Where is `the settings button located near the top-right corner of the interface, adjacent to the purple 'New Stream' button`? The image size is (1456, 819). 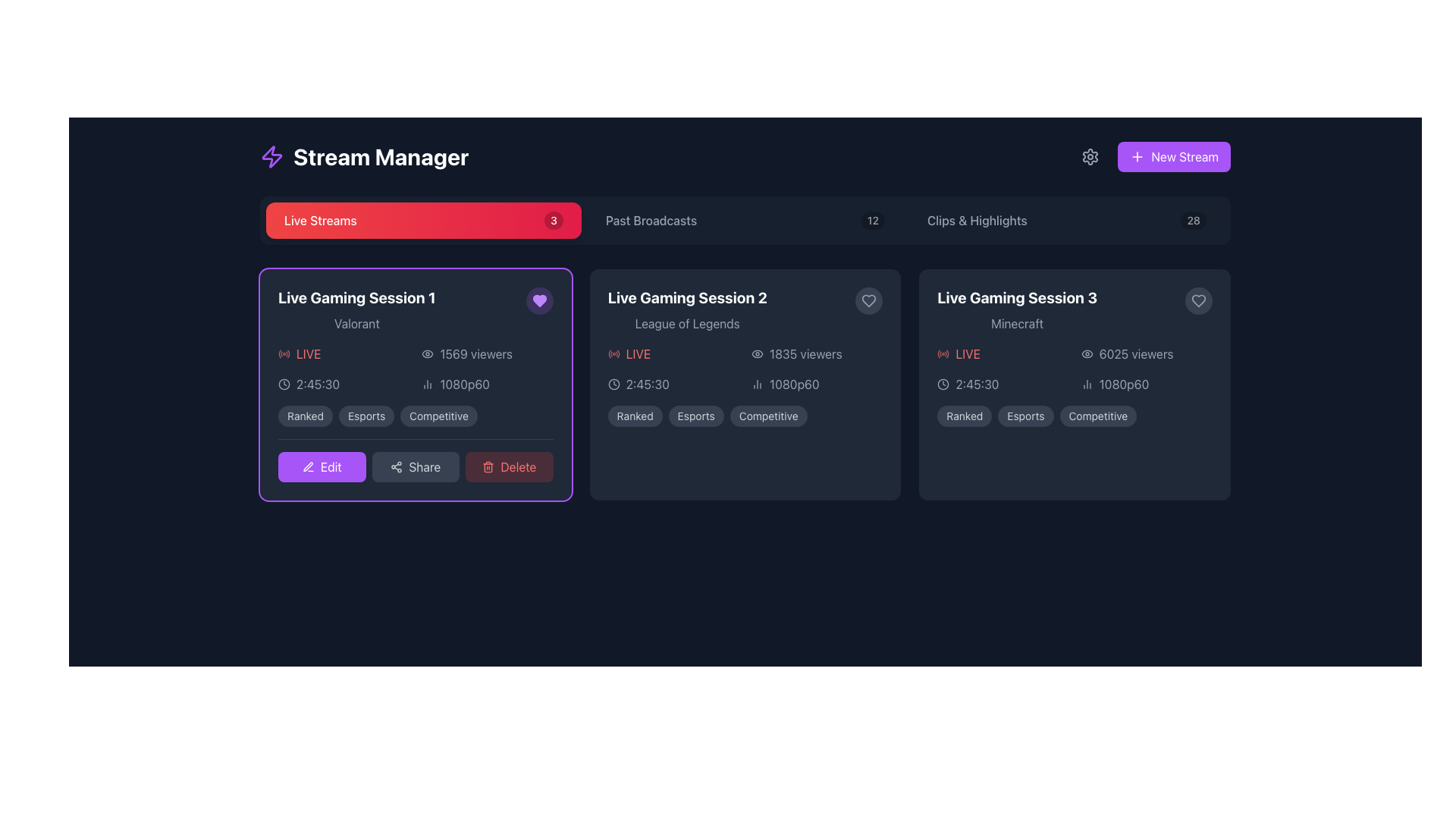
the settings button located near the top-right corner of the interface, adjacent to the purple 'New Stream' button is located at coordinates (1090, 157).